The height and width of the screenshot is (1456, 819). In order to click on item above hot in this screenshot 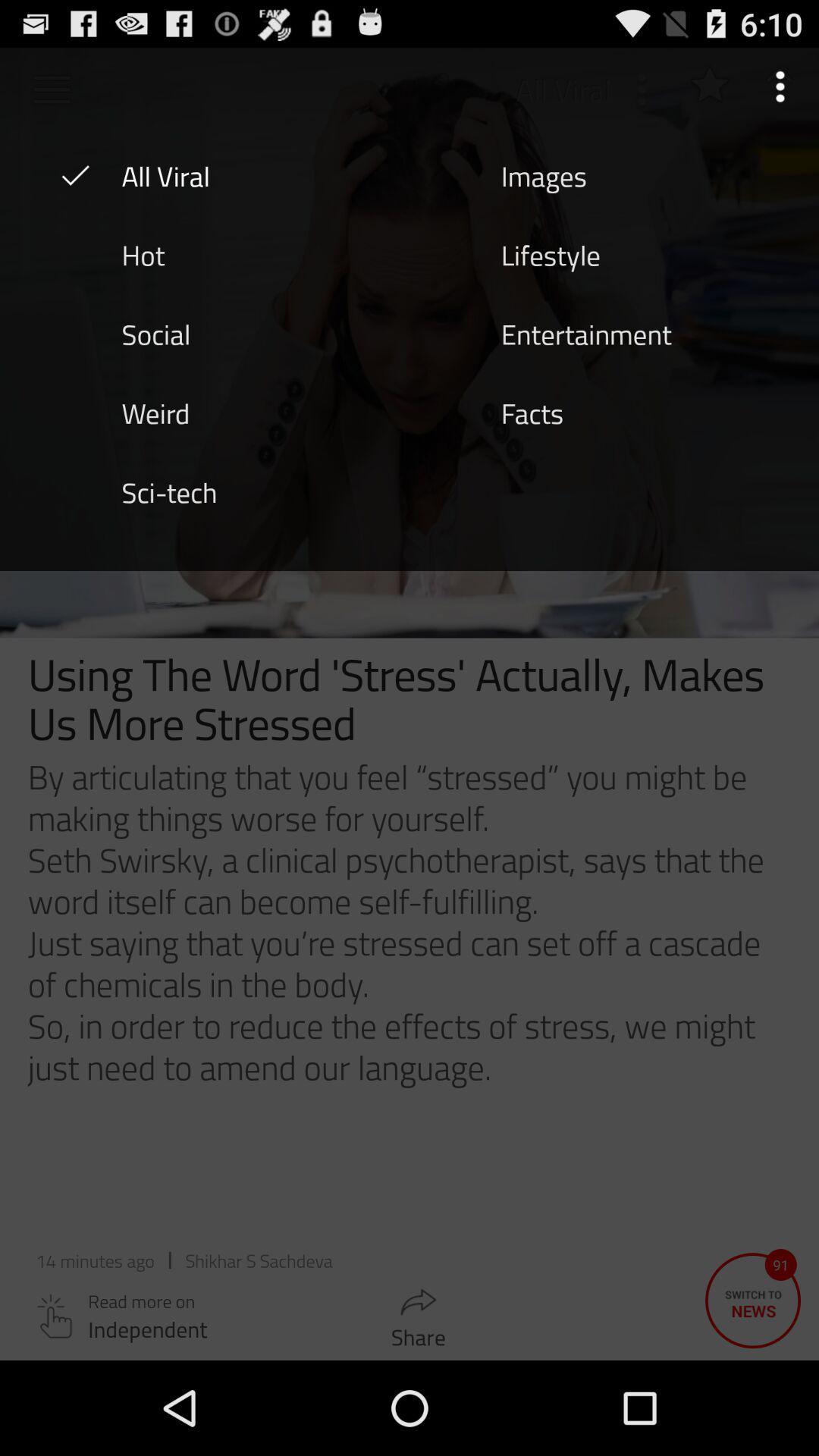, I will do `click(165, 174)`.